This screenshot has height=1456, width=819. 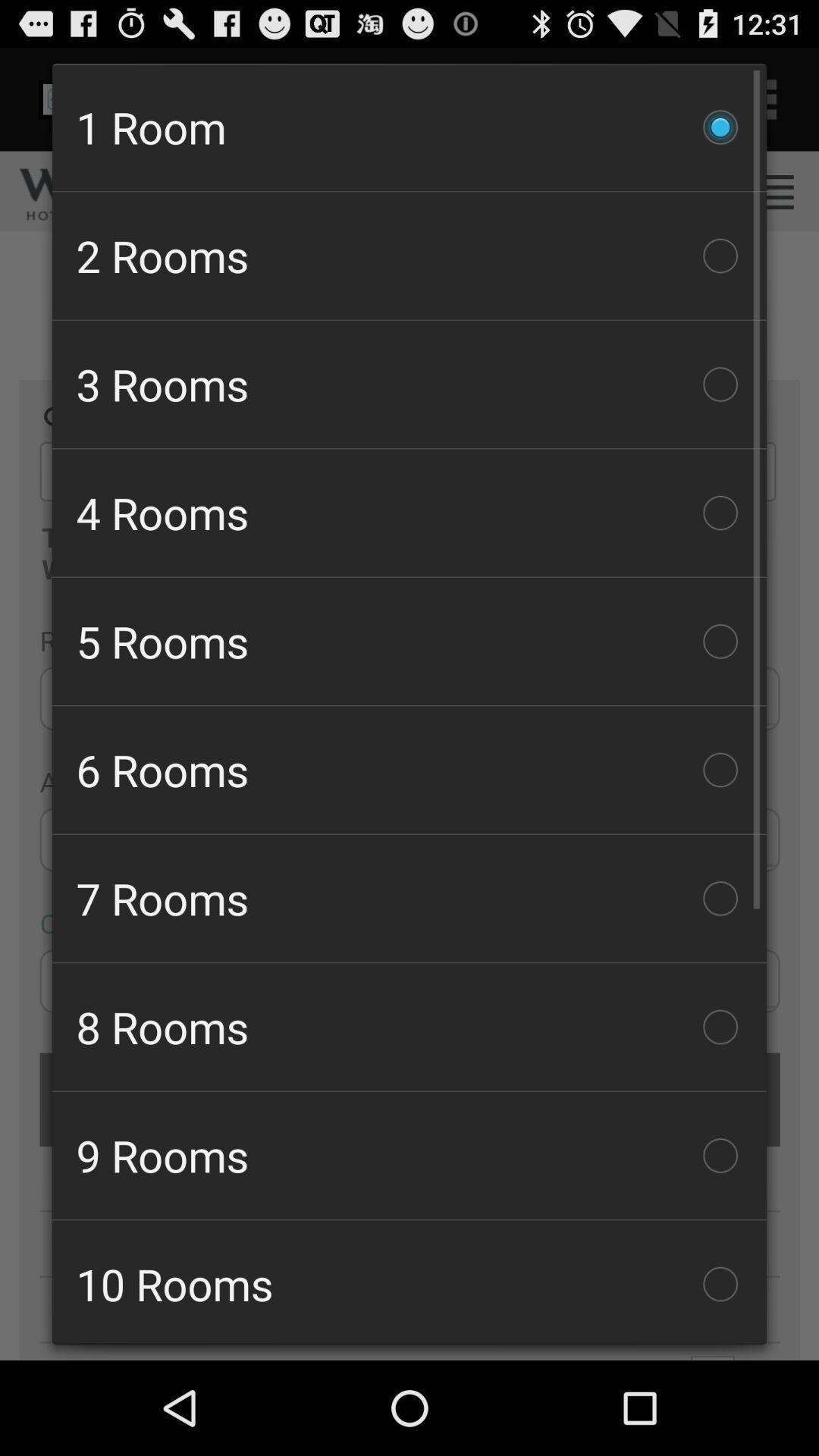 What do you see at coordinates (409, 1154) in the screenshot?
I see `the 9 rooms item` at bounding box center [409, 1154].